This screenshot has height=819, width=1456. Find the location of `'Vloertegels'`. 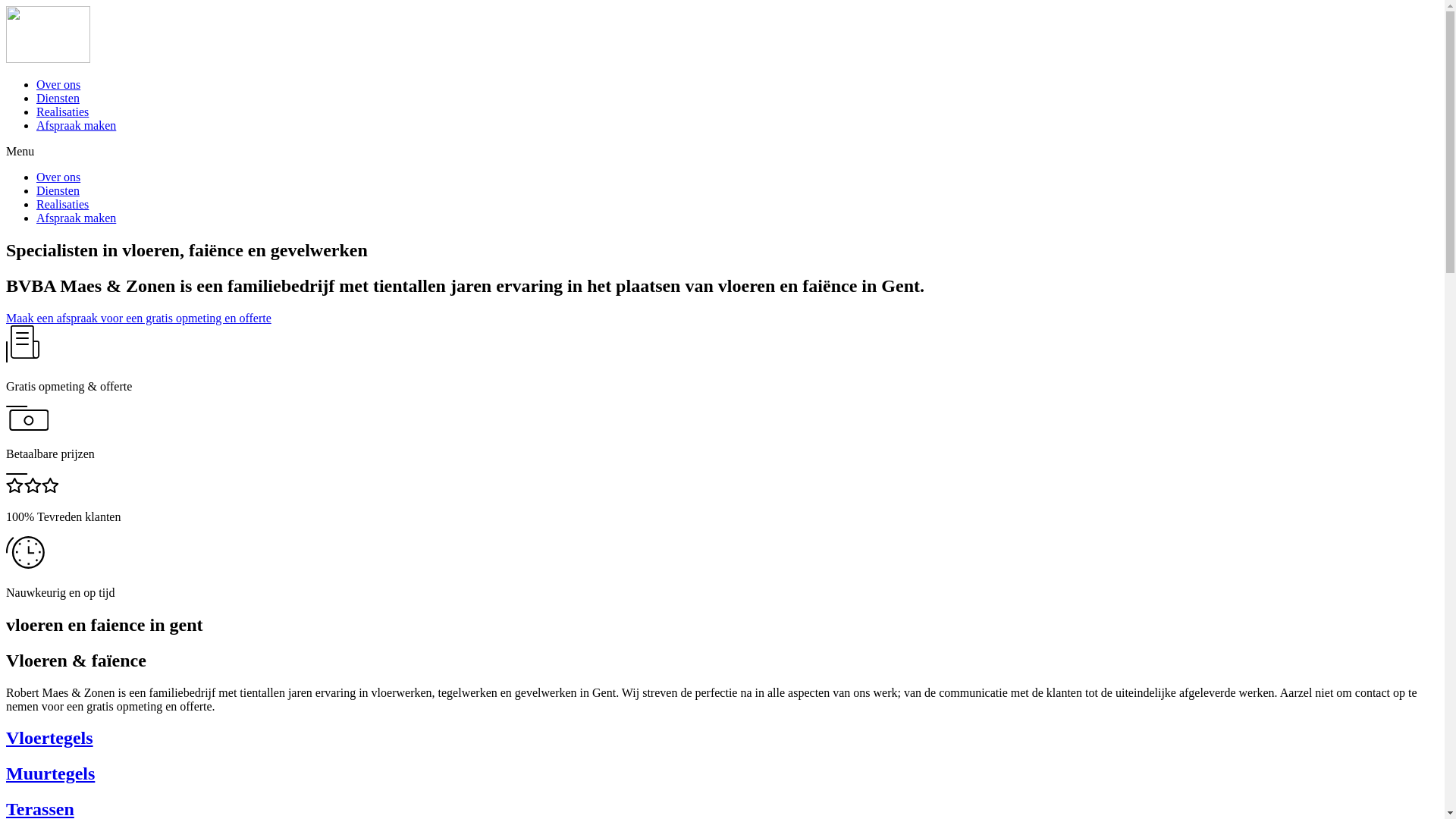

'Vloertegels' is located at coordinates (6, 737).